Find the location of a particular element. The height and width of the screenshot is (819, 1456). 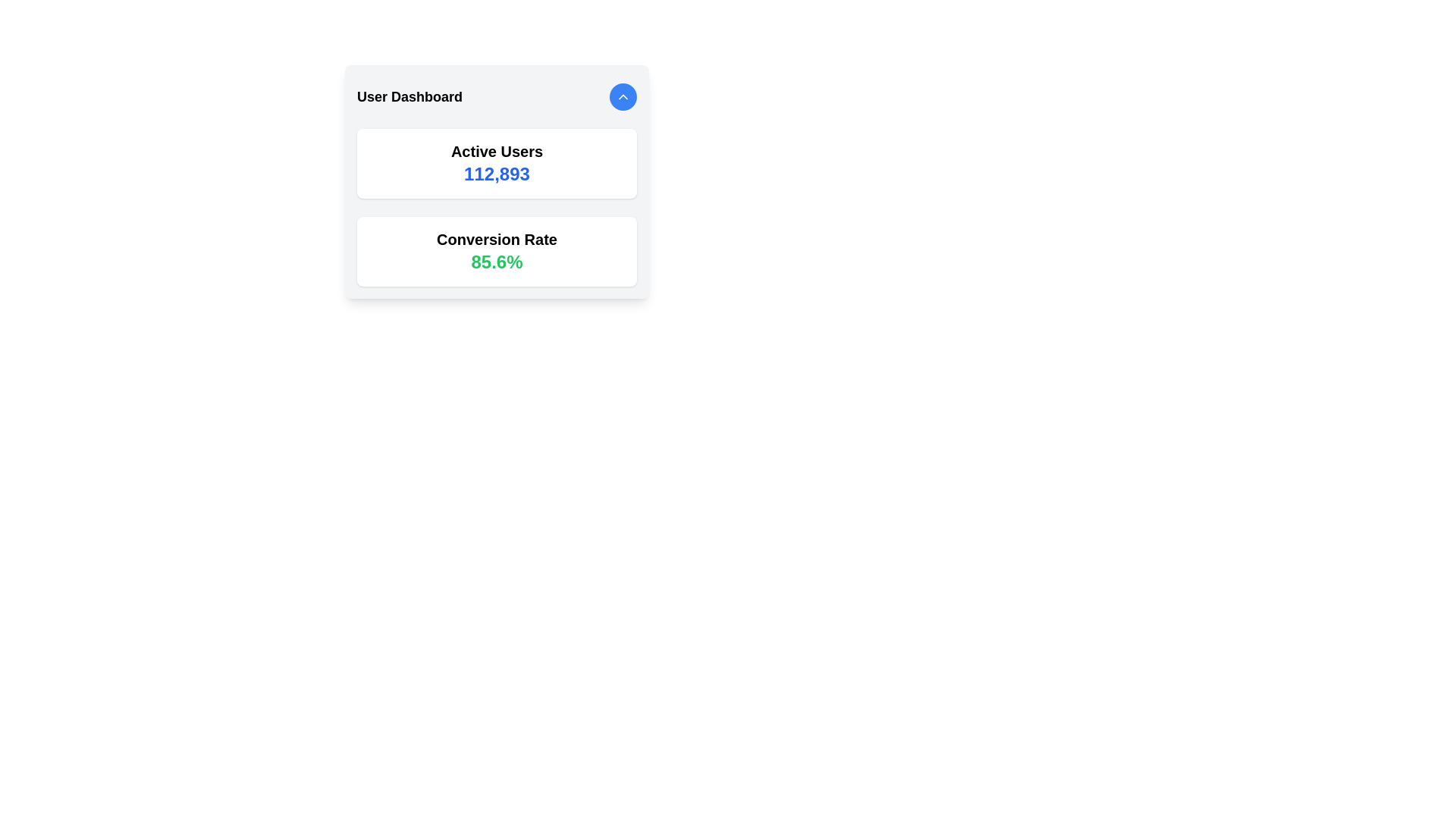

the static text label that describes the metric shown below it, which is positioned above the green text '85.6%' in the dashboard interface is located at coordinates (497, 239).